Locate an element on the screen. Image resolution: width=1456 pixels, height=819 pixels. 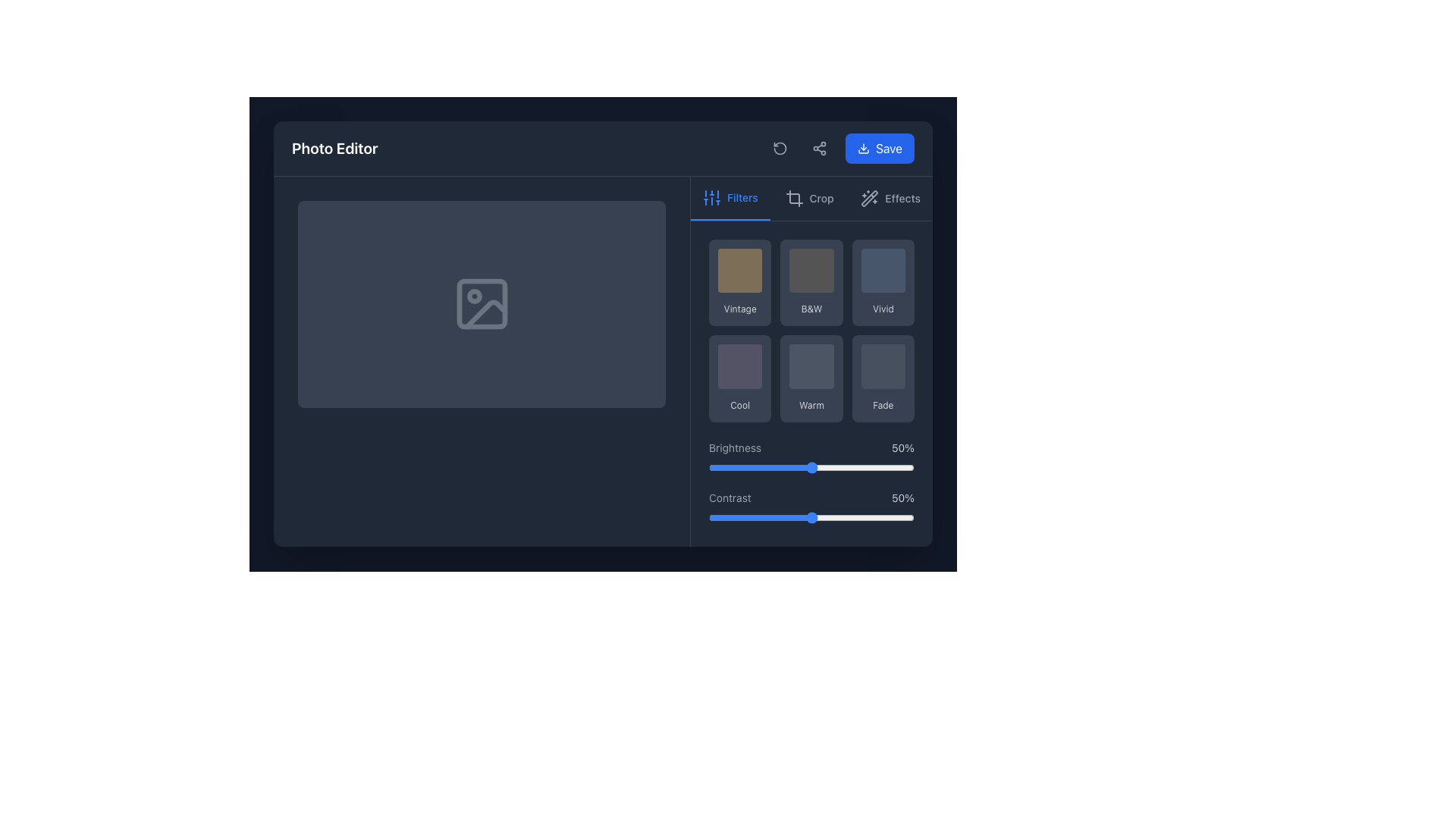
the label for the second filter option in the second row of the color filter grid in the photo editor interface is located at coordinates (811, 404).